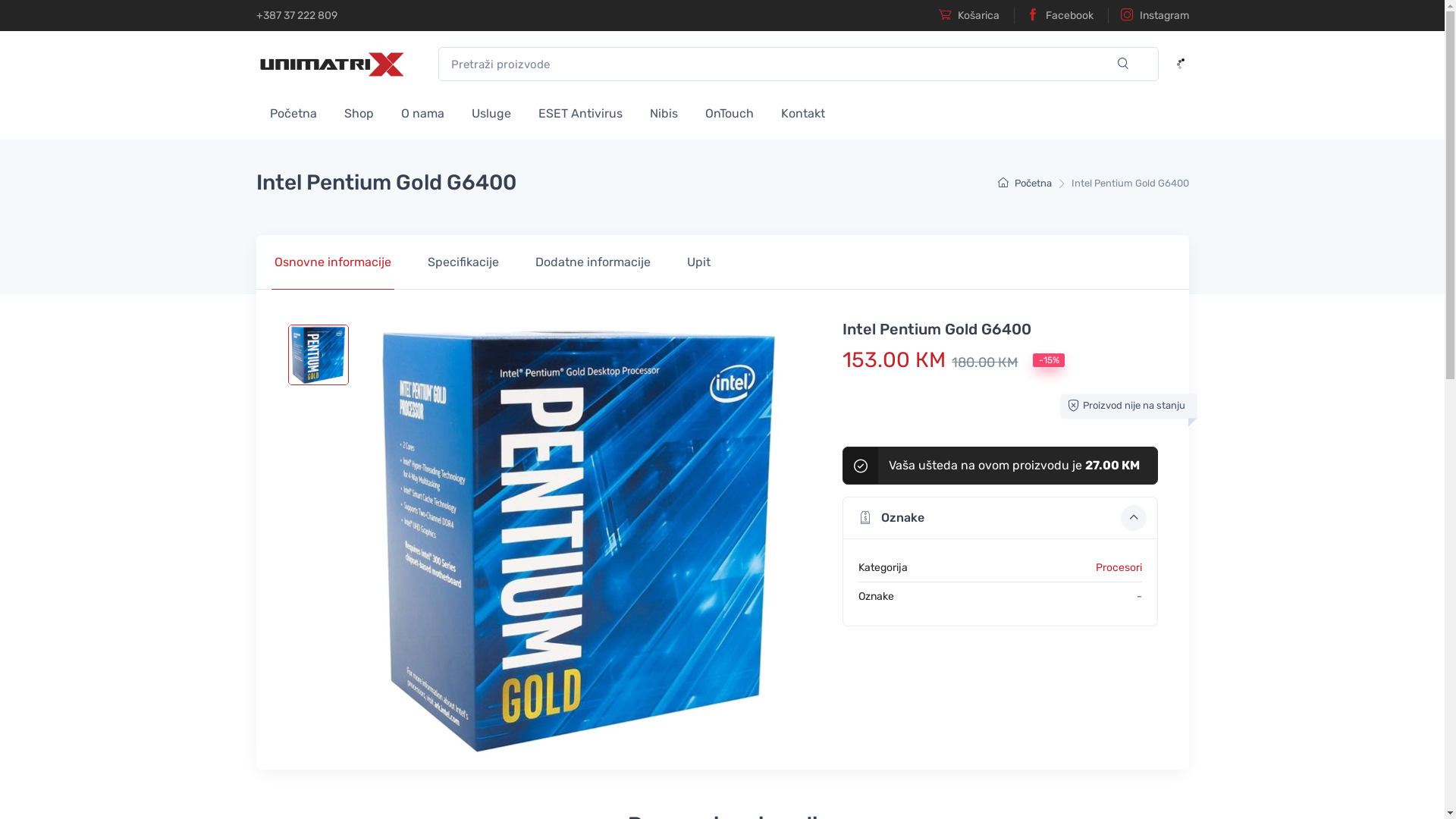  What do you see at coordinates (386, 111) in the screenshot?
I see `'O nama'` at bounding box center [386, 111].